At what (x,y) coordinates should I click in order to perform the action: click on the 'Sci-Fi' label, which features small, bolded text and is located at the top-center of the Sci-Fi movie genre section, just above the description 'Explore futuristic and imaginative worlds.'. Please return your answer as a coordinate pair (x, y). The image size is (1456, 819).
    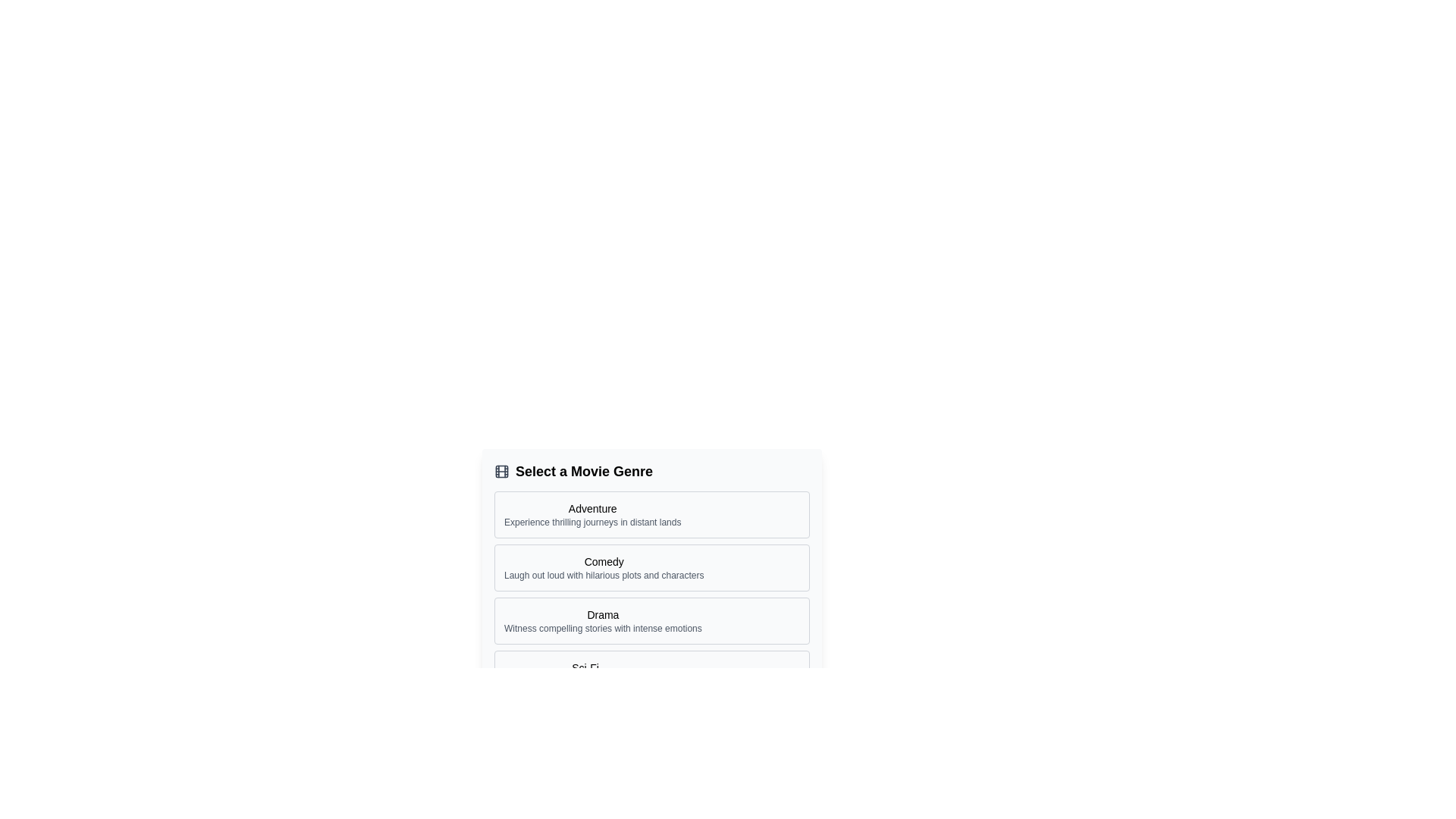
    Looking at the image, I should click on (585, 667).